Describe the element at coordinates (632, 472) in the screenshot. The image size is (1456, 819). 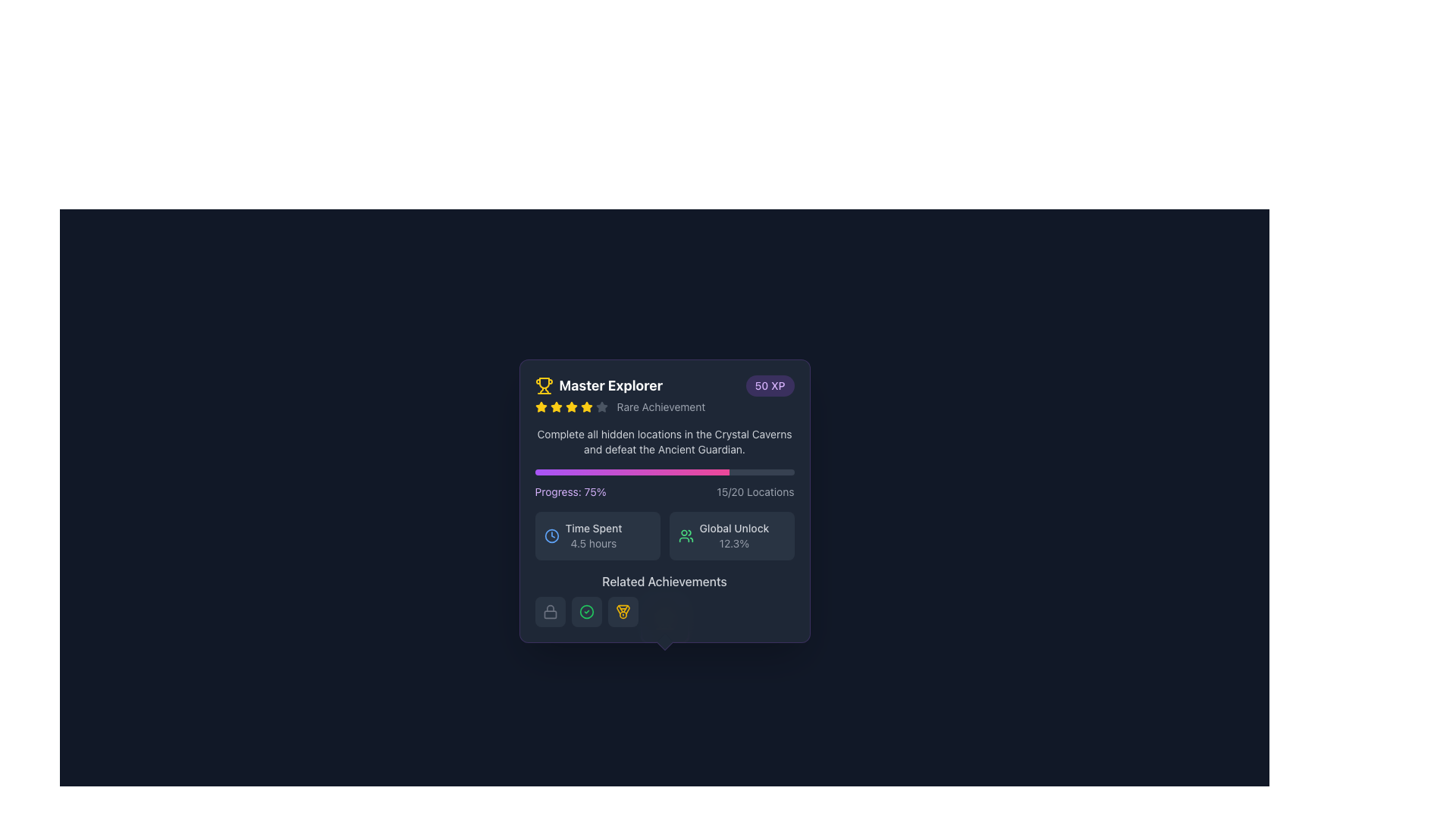
I see `the progress indicator, which is a gradient-filled area within a horizontal progress bar with rounded edges, representing the completion status` at that location.